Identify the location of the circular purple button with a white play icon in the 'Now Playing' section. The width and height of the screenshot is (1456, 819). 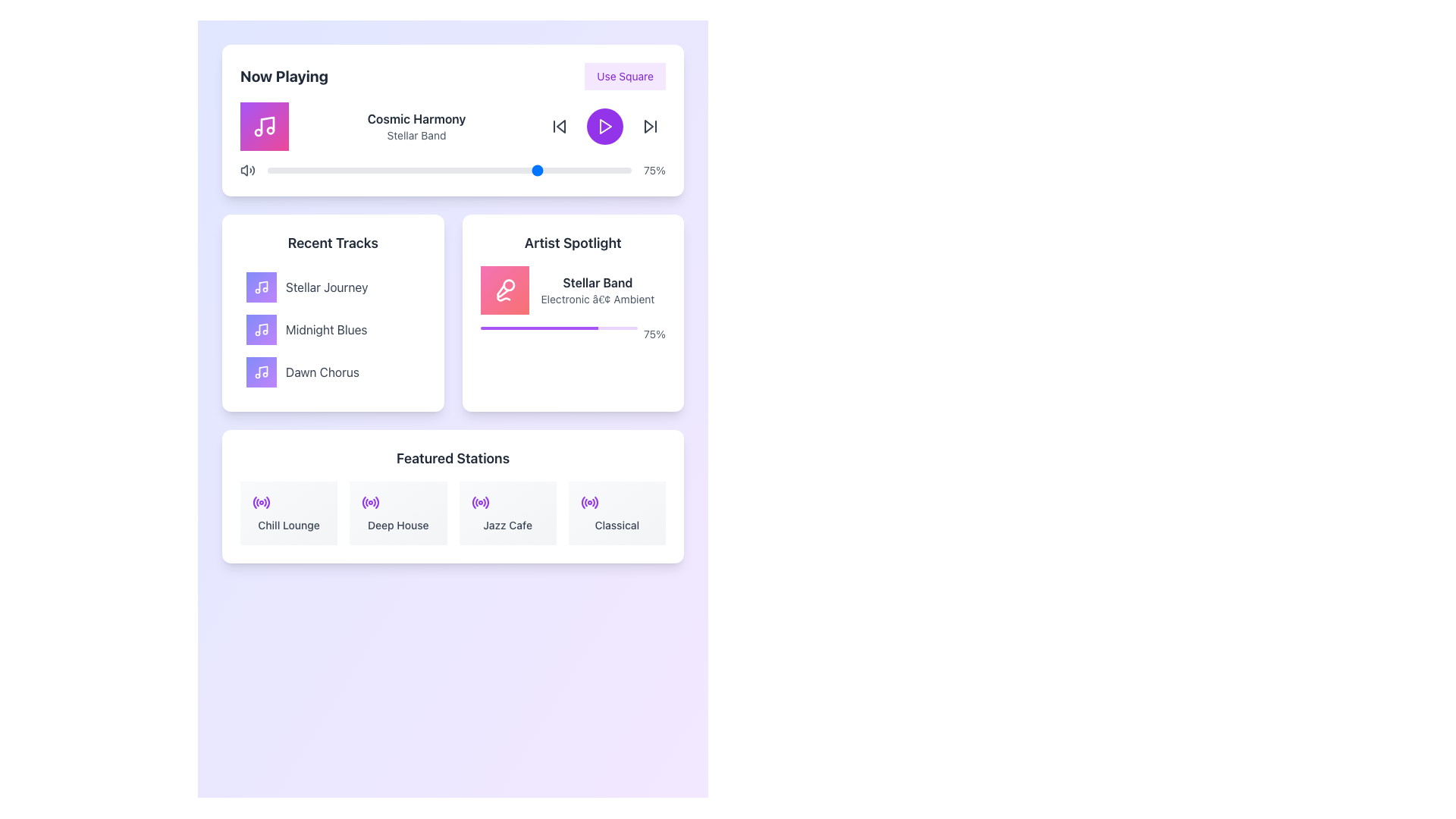
(604, 125).